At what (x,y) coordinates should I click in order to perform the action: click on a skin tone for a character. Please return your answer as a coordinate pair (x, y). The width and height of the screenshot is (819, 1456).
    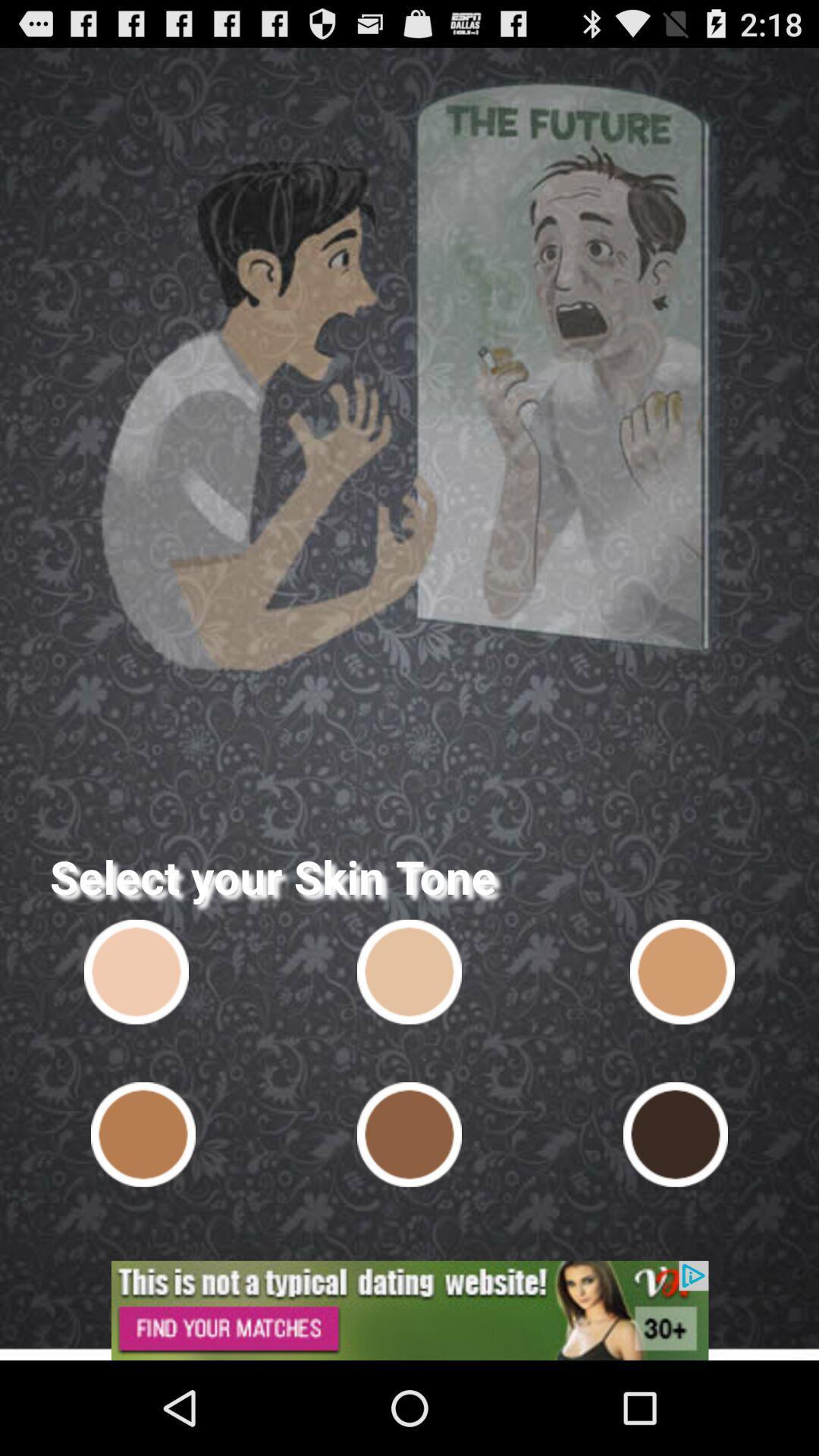
    Looking at the image, I should click on (409, 1134).